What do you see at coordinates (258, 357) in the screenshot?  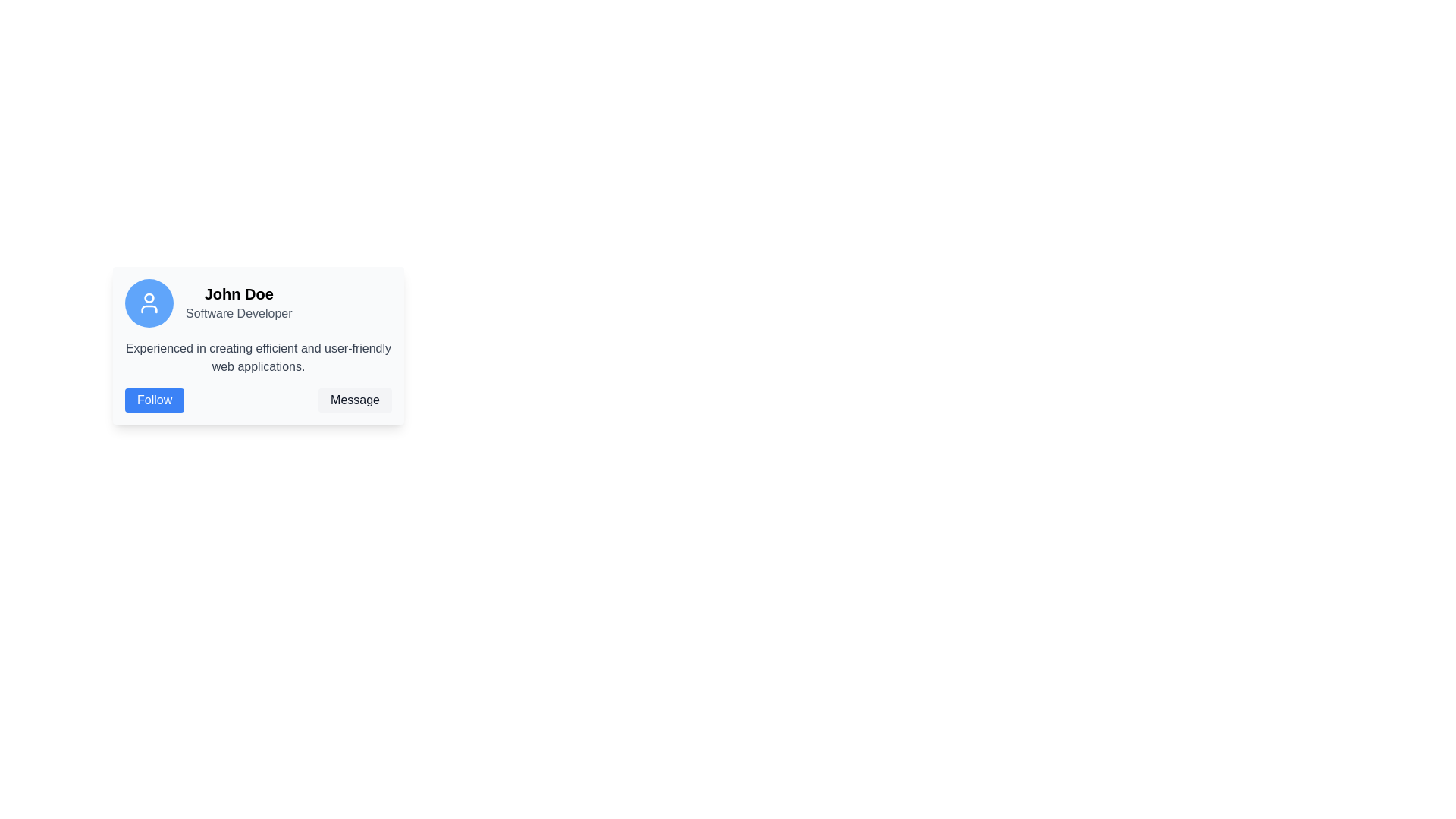 I see `the static Text Display element that provides additional descriptive information about the individual in the profile, located below the name 'John Doe' and above the 'Follow' and 'Message' buttons` at bounding box center [258, 357].